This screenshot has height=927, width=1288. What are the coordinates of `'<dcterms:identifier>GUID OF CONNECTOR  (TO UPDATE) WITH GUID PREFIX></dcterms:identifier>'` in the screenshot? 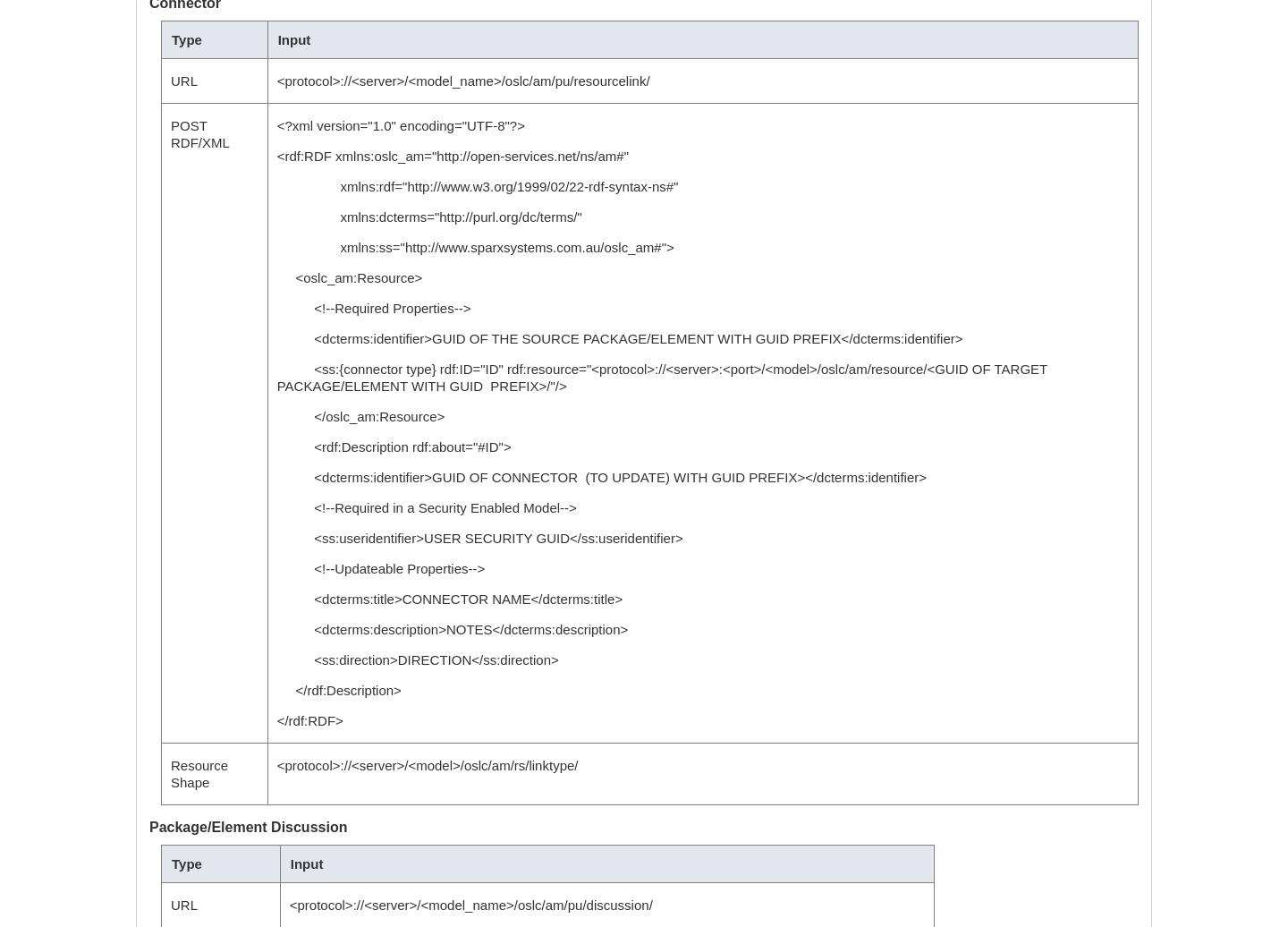 It's located at (601, 477).